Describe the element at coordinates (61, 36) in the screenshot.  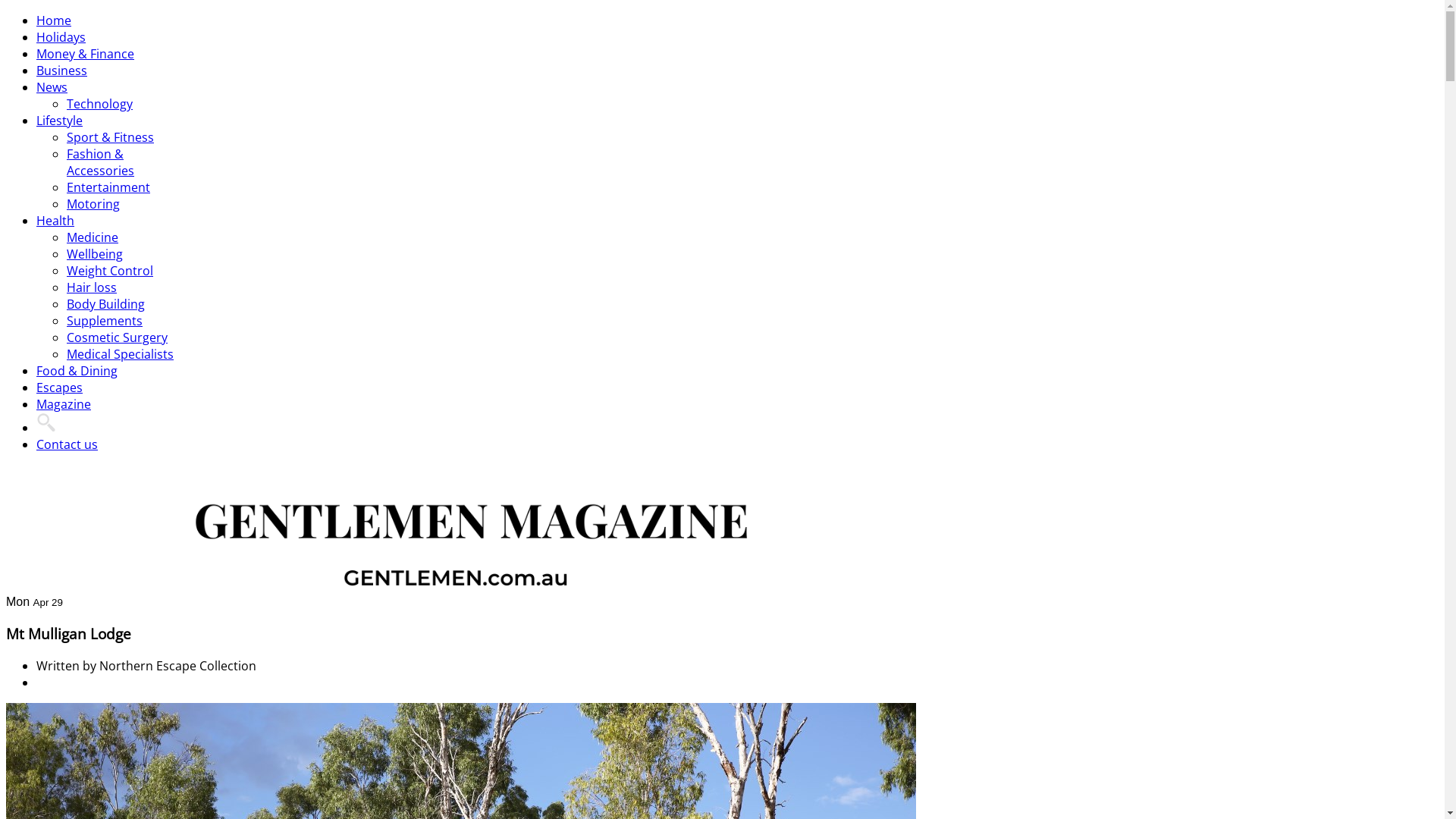
I see `'Holidays'` at that location.